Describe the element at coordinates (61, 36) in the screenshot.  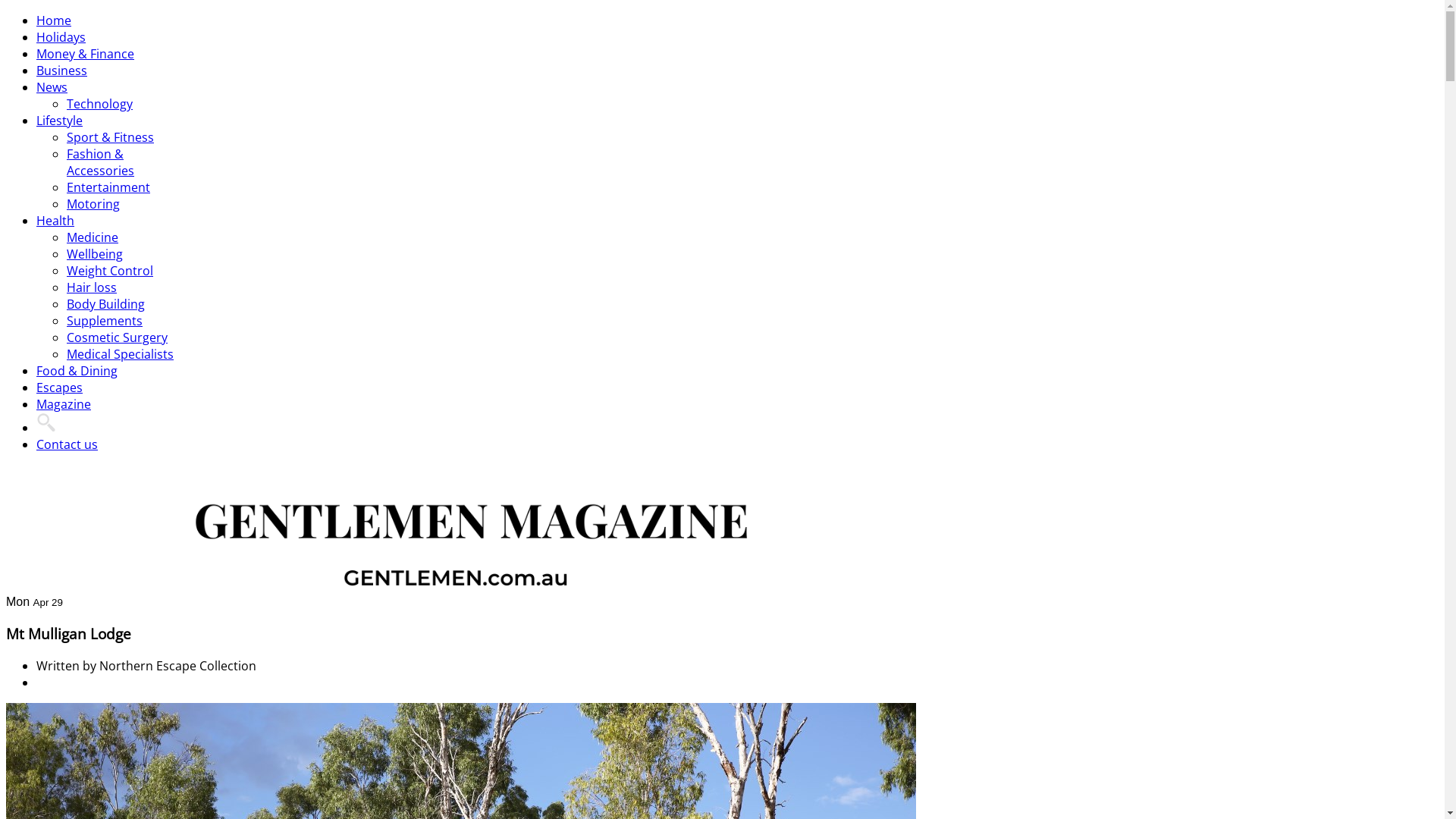
I see `'Holidays'` at that location.